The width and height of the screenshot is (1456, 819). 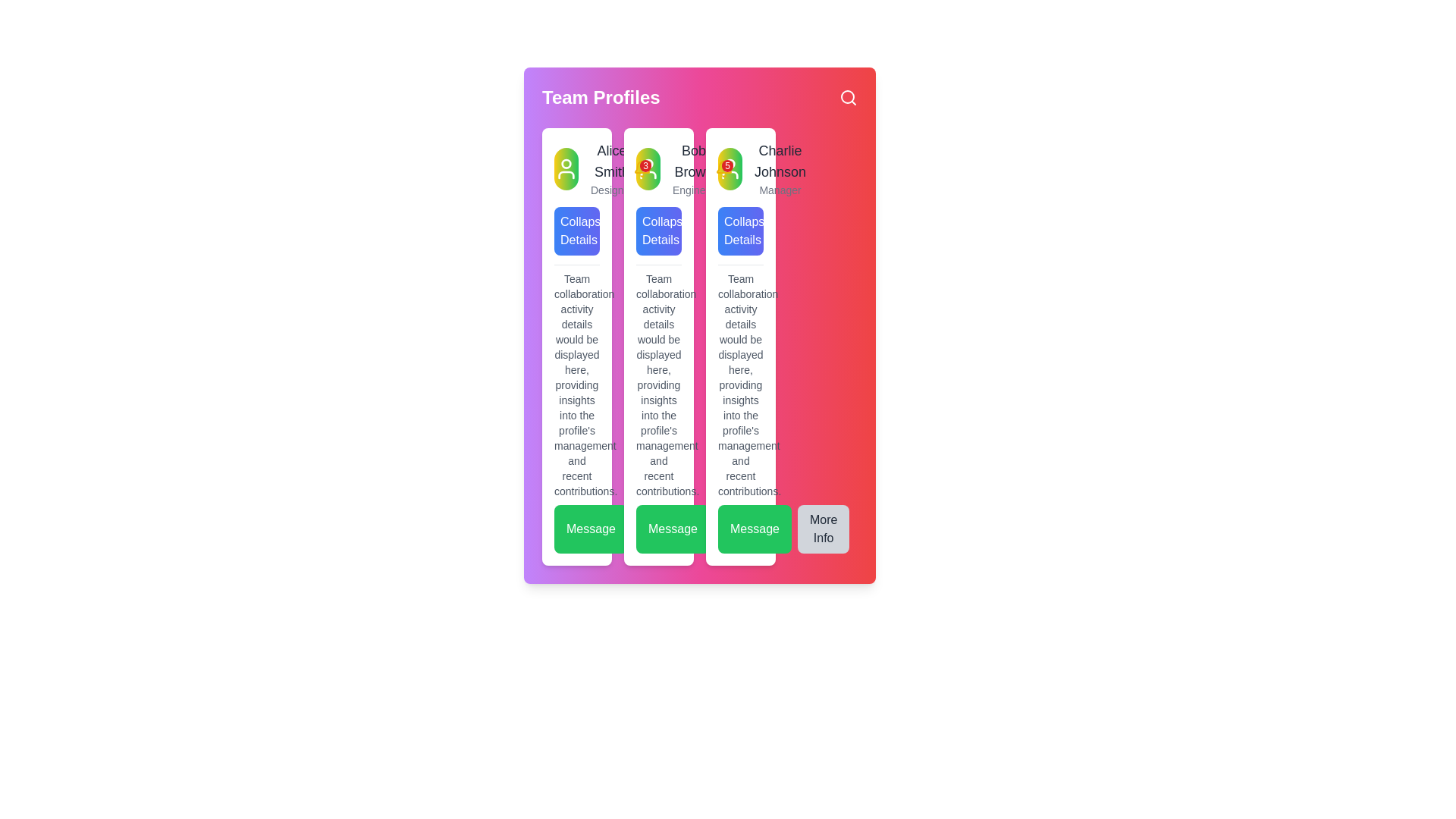 What do you see at coordinates (566, 169) in the screenshot?
I see `the user figure icon in the profile card for Alice Smith, which is a minimalist design in white color within a circular yellow to green background` at bounding box center [566, 169].